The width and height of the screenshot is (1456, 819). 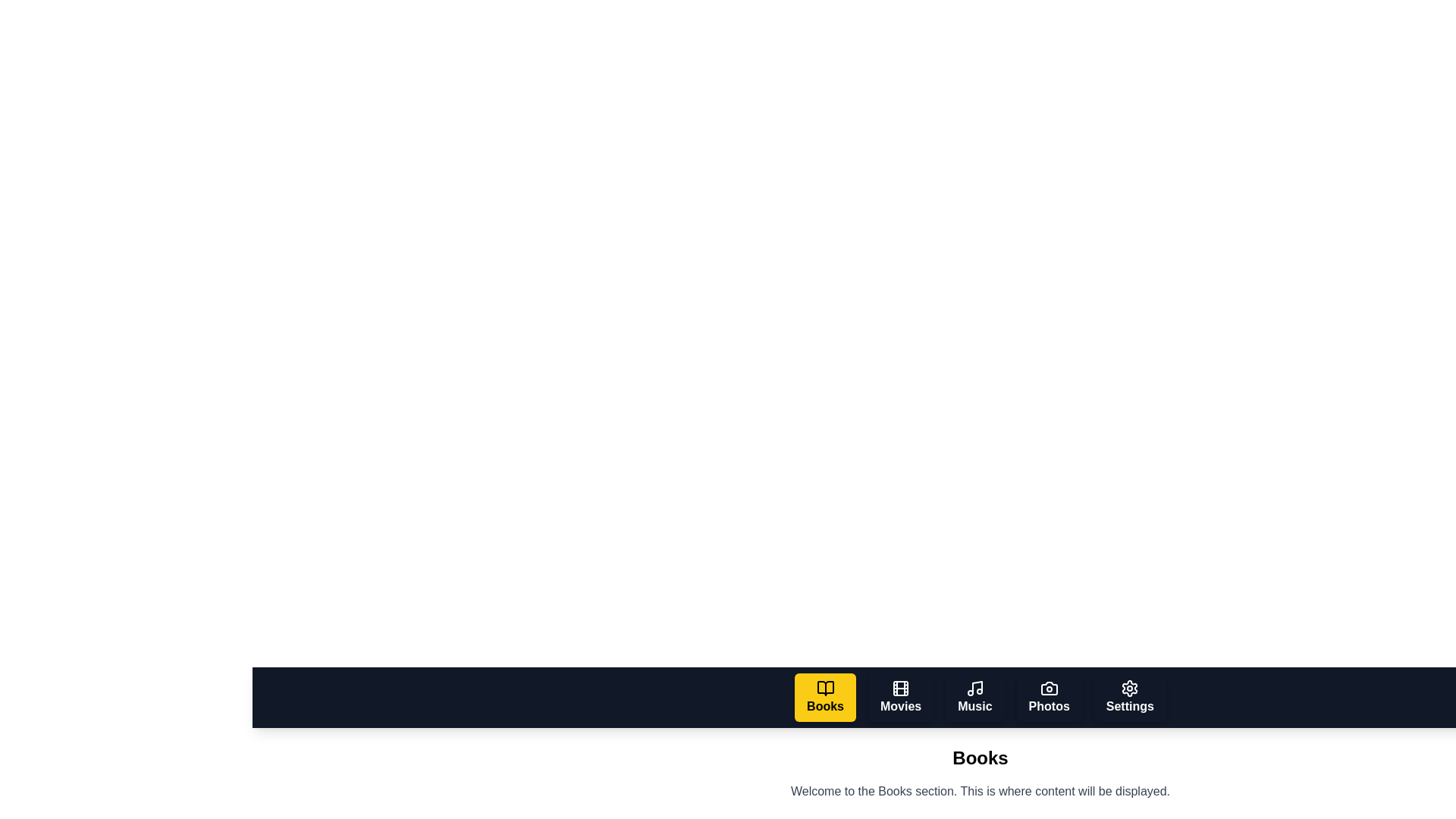 I want to click on the Music tab by clicking on its button, so click(x=974, y=698).